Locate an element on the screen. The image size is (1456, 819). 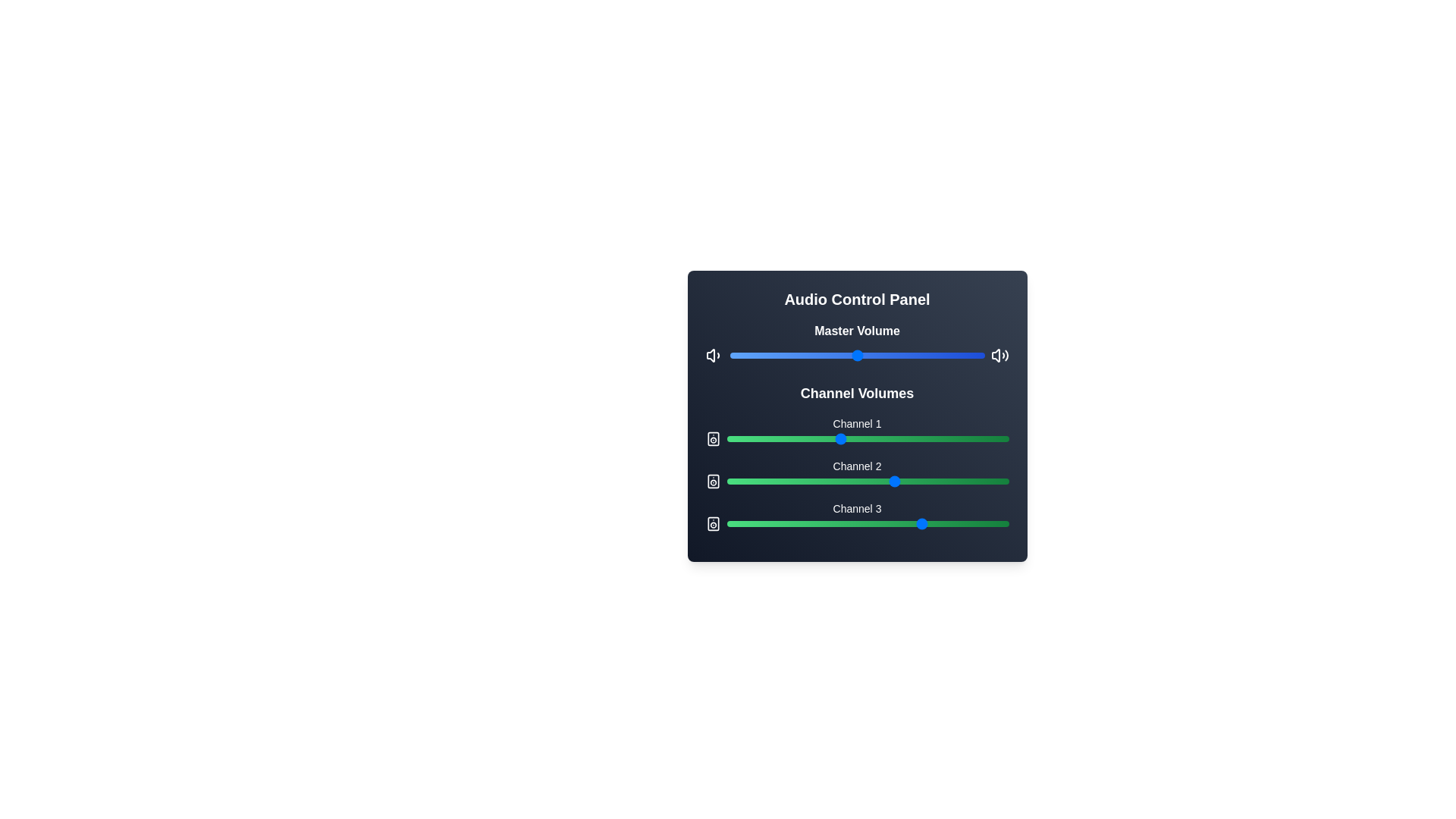
the volume of Channel 2 is located at coordinates (761, 482).